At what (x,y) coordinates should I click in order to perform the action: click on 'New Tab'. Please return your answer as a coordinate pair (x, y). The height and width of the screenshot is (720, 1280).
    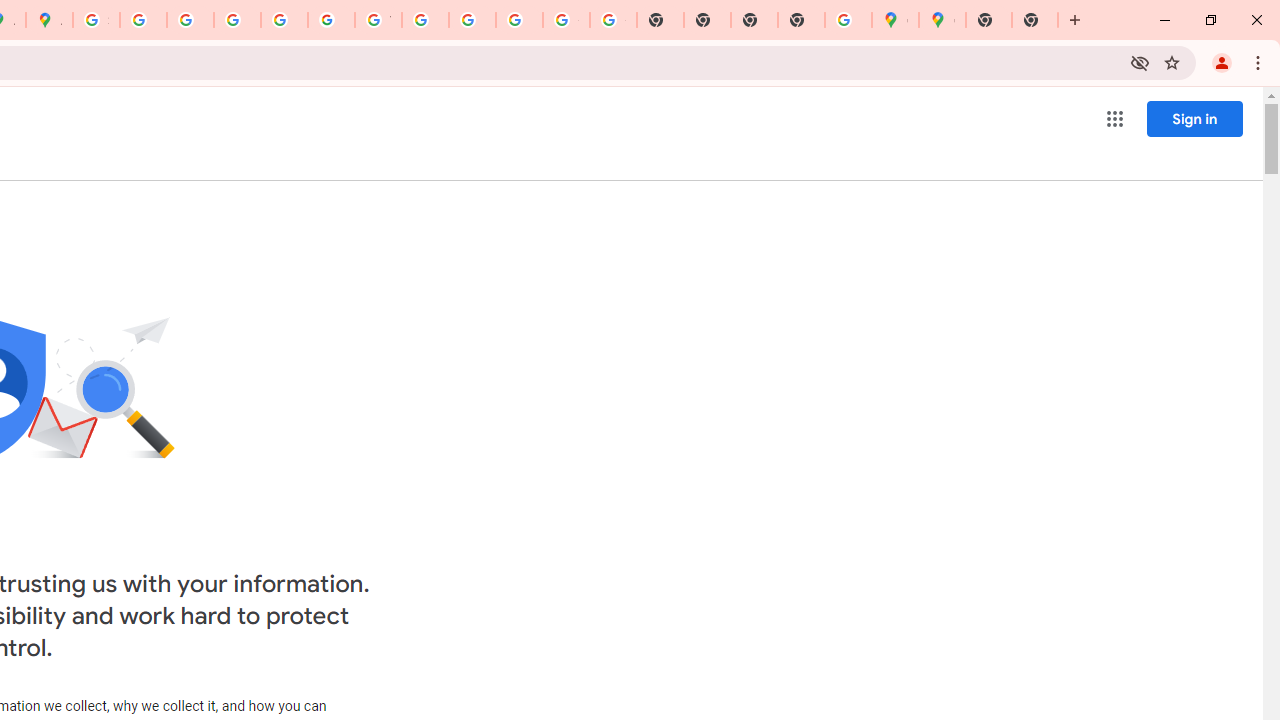
    Looking at the image, I should click on (1035, 20).